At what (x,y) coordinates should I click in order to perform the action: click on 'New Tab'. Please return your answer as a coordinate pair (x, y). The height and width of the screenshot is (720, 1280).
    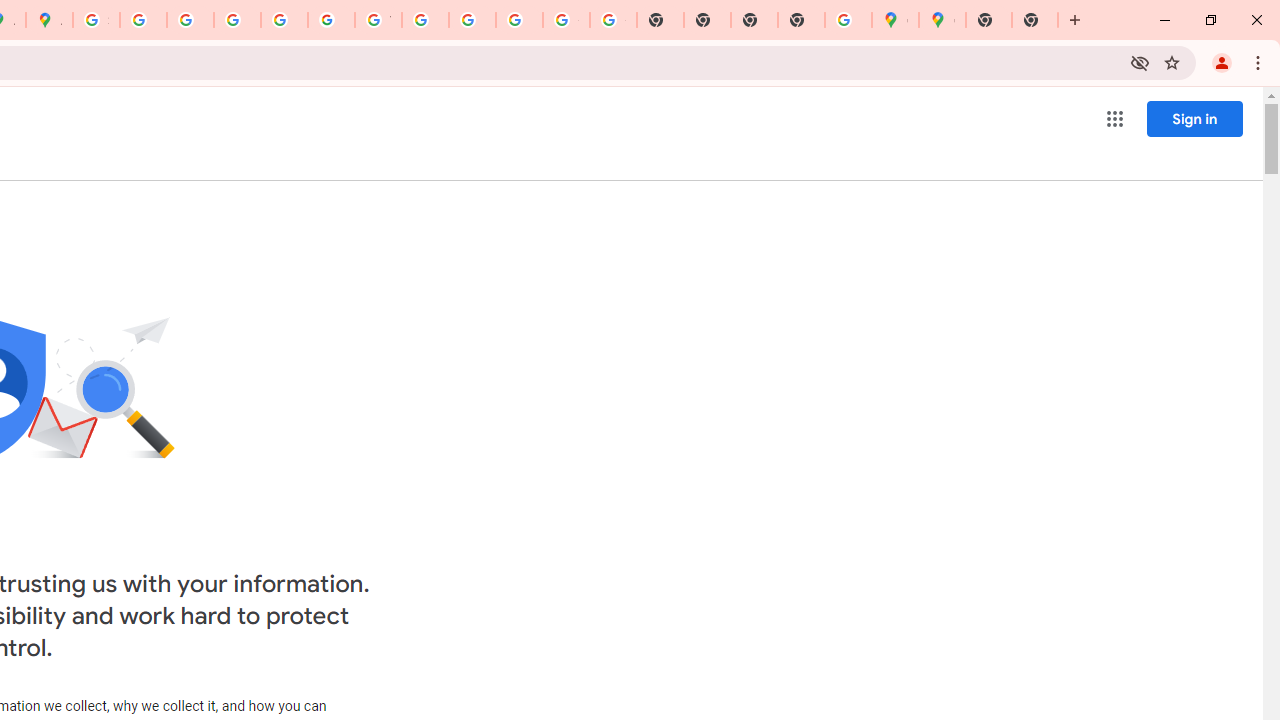
    Looking at the image, I should click on (1035, 20).